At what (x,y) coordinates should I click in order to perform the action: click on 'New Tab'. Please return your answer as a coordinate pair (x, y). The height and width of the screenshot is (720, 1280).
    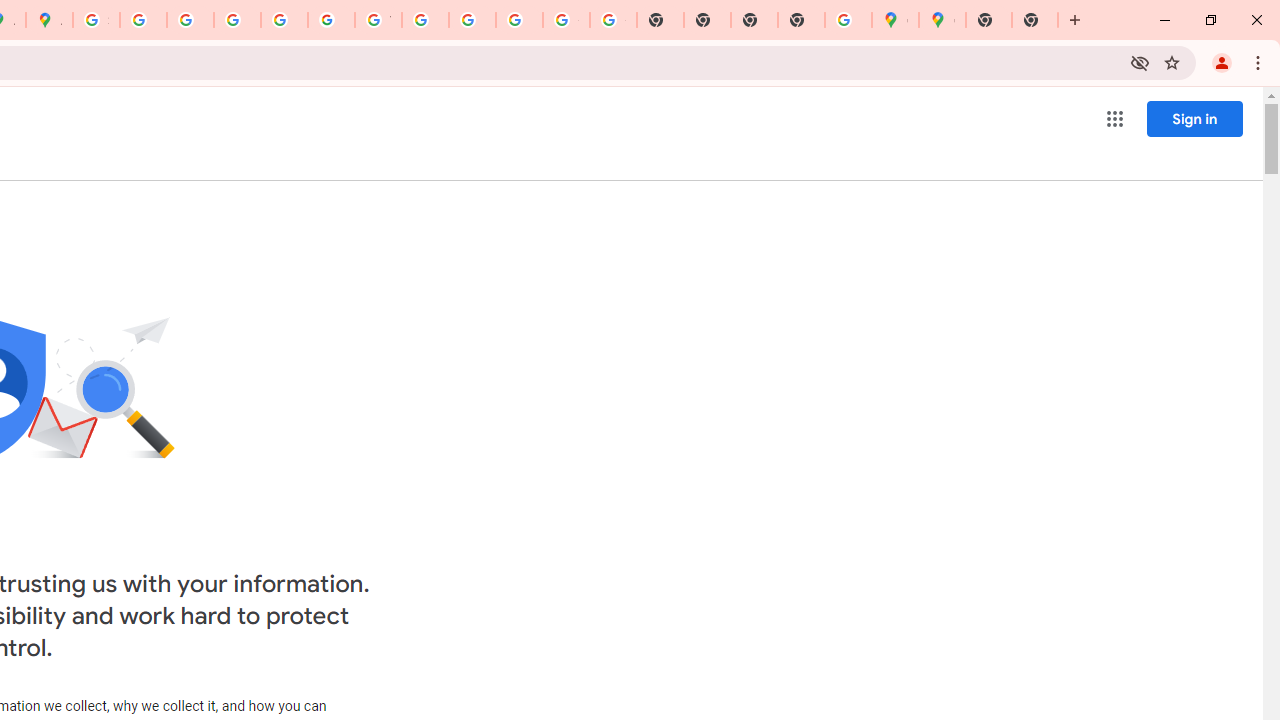
    Looking at the image, I should click on (1035, 20).